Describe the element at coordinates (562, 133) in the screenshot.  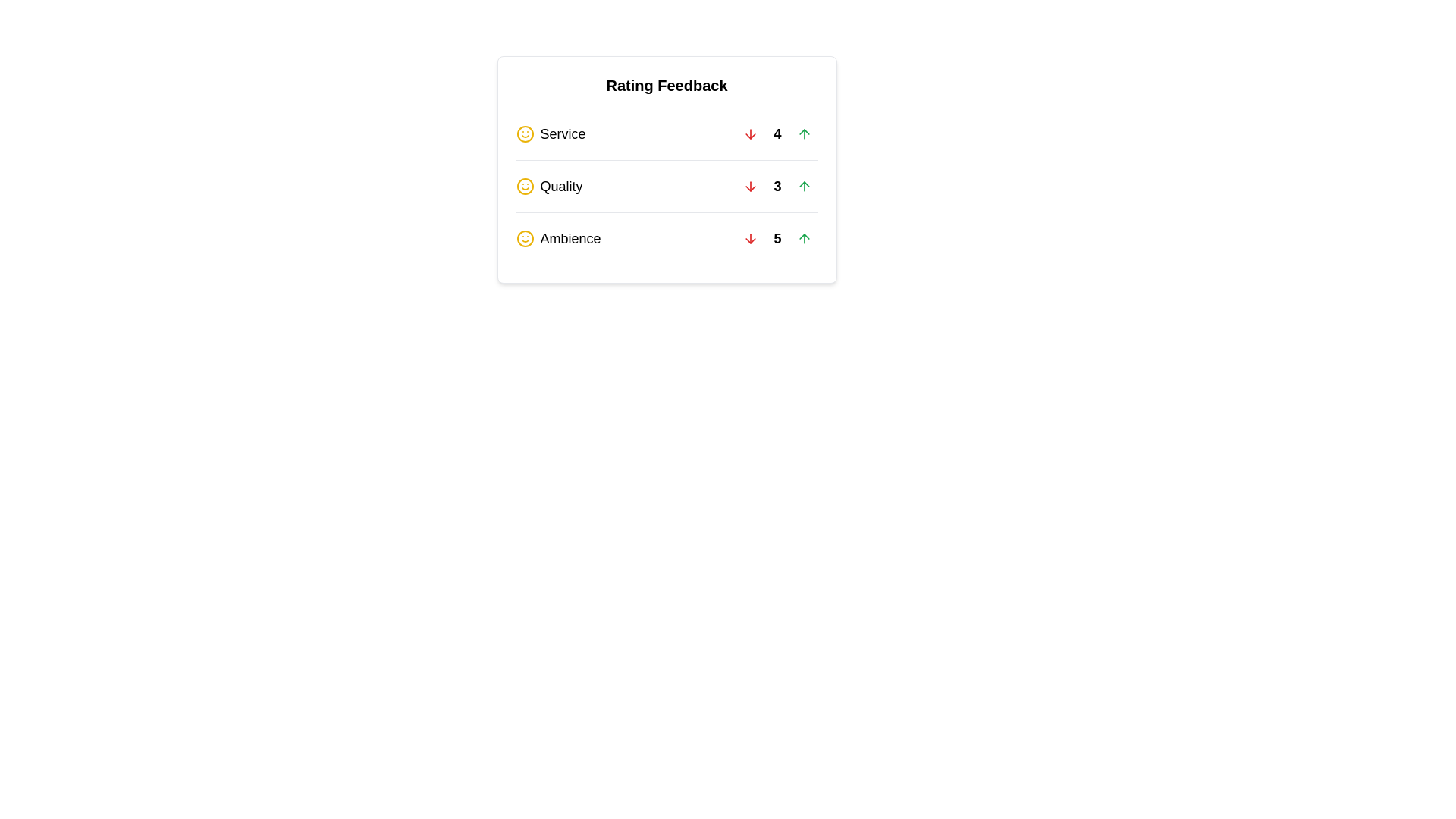
I see `the 'Service' text label located in the first row of a vertical list, aligned` at that location.